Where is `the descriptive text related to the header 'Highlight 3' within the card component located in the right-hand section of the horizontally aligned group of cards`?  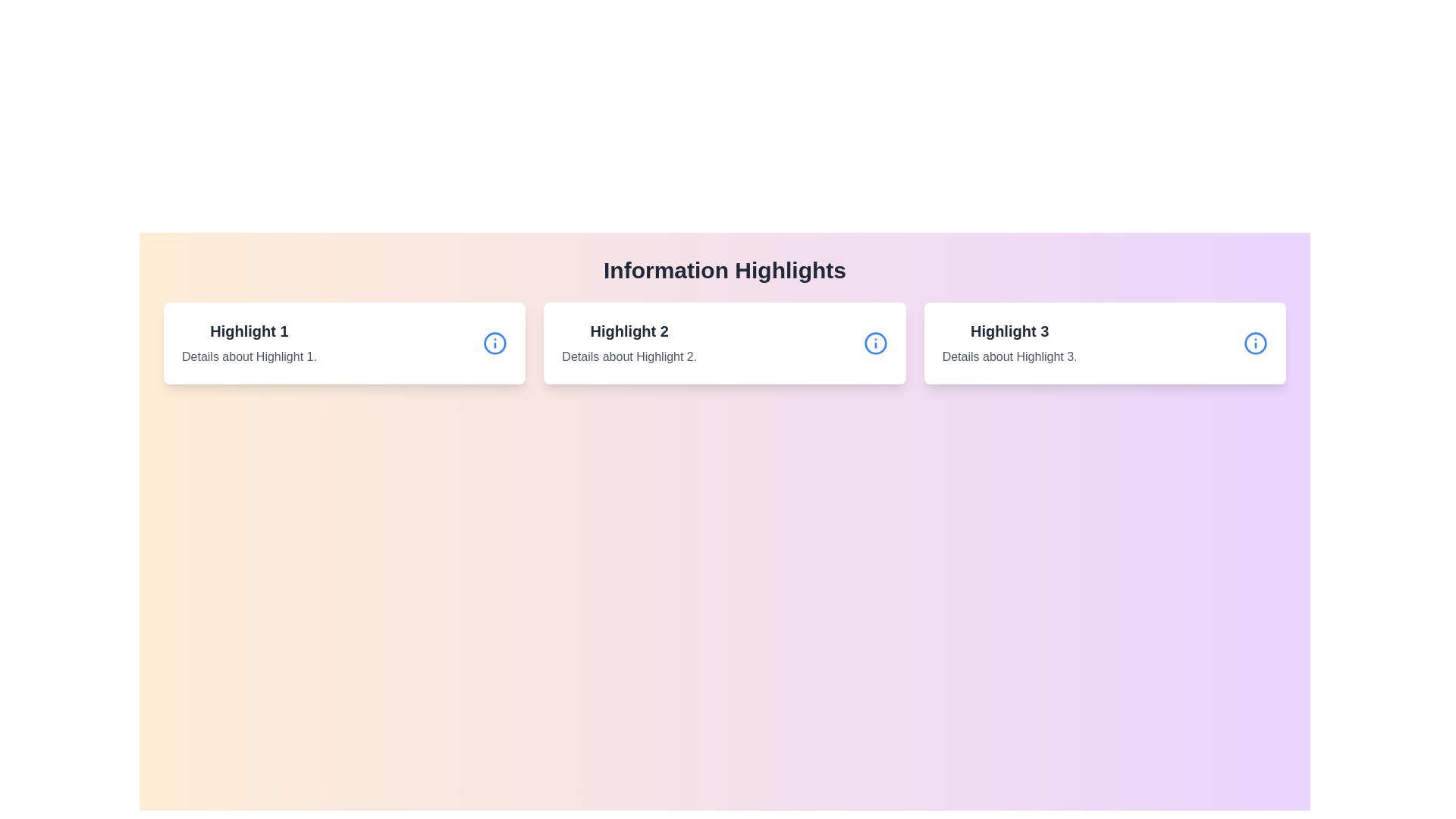 the descriptive text related to the header 'Highlight 3' within the card component located in the right-hand section of the horizontally aligned group of cards is located at coordinates (1009, 356).